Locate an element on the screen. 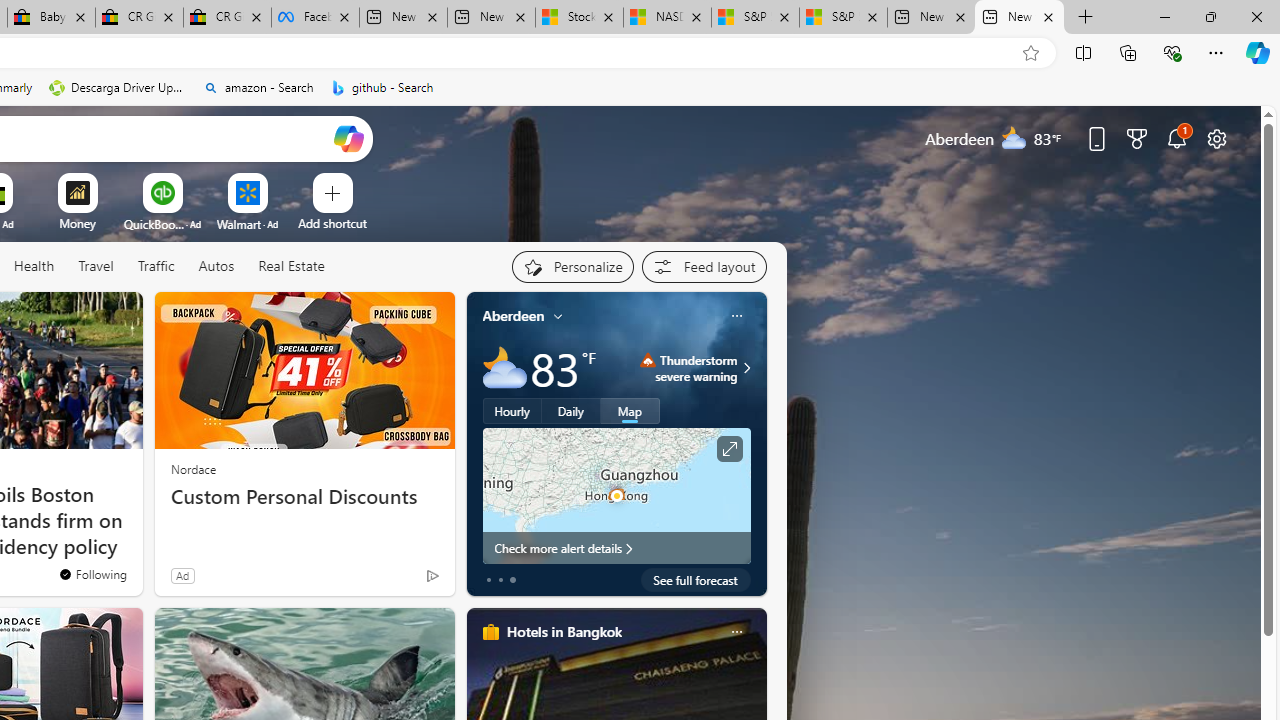 The width and height of the screenshot is (1280, 720). 'tab-2' is located at coordinates (512, 579).